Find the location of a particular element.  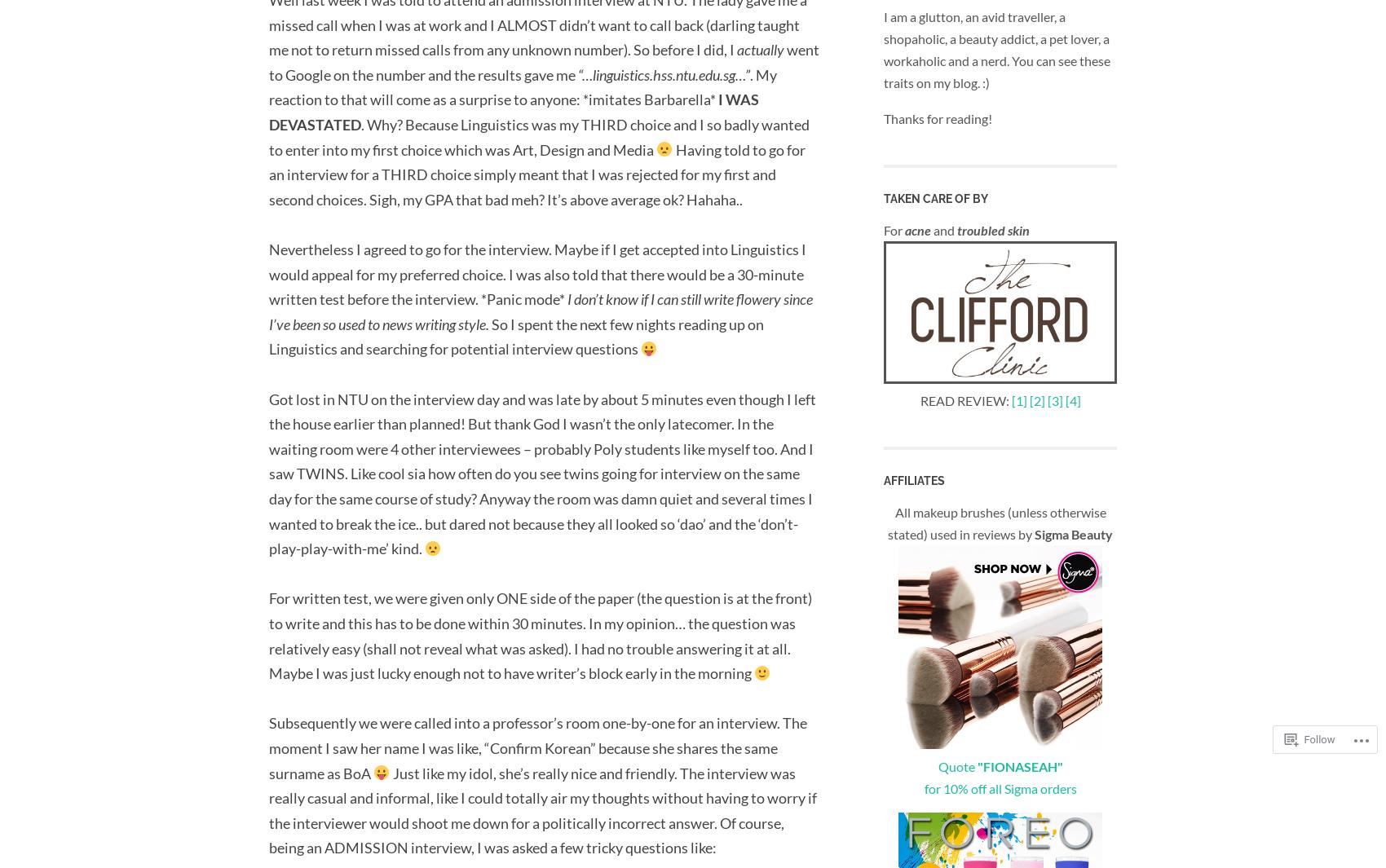

'Having told to go for an interview for a THIRD choice simply meant that I was rejected for my first and second choices. Sigh, my GPA that bad meh? It’s above average ok? Hahaha..' is located at coordinates (536, 173).